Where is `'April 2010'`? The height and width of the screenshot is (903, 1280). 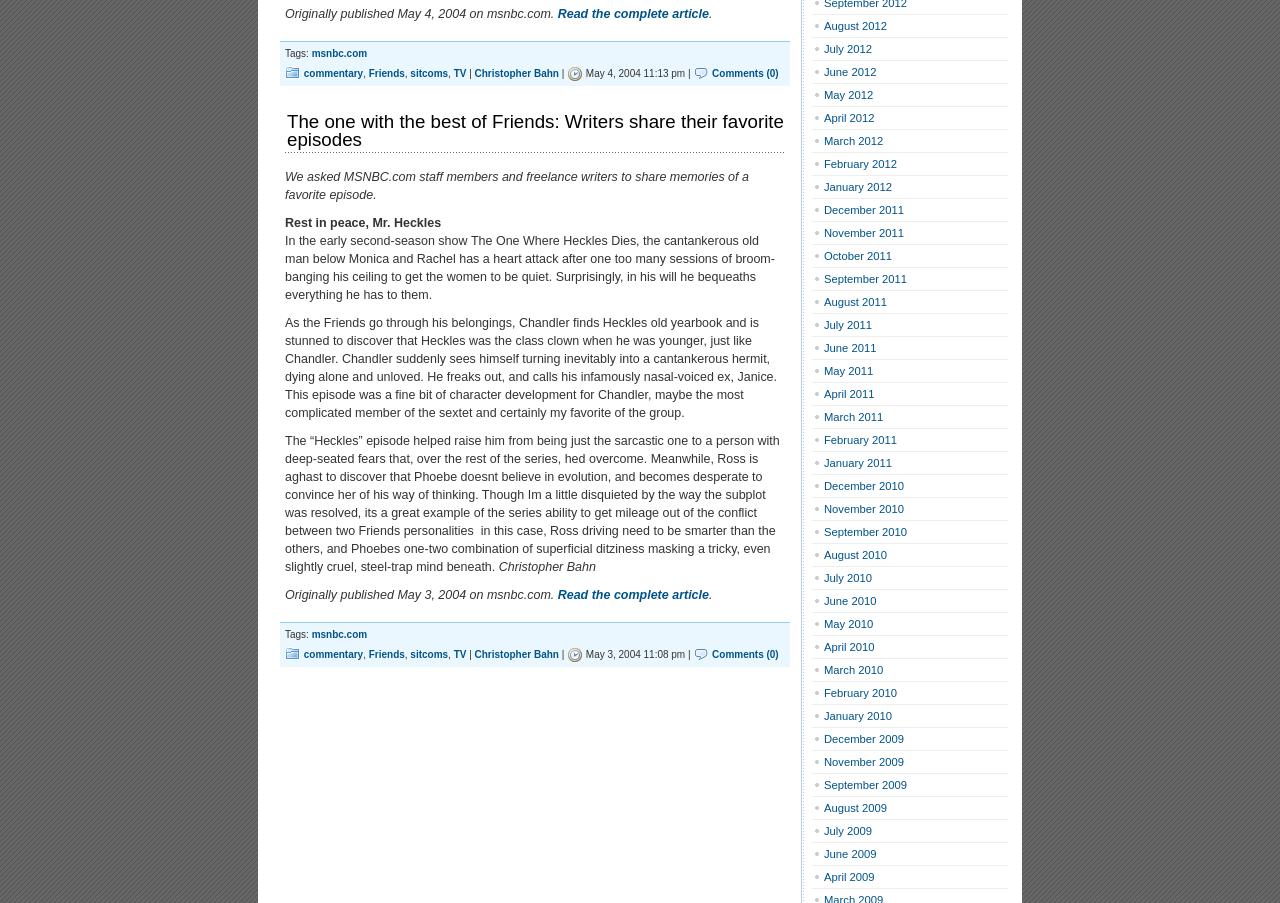 'April 2010' is located at coordinates (849, 645).